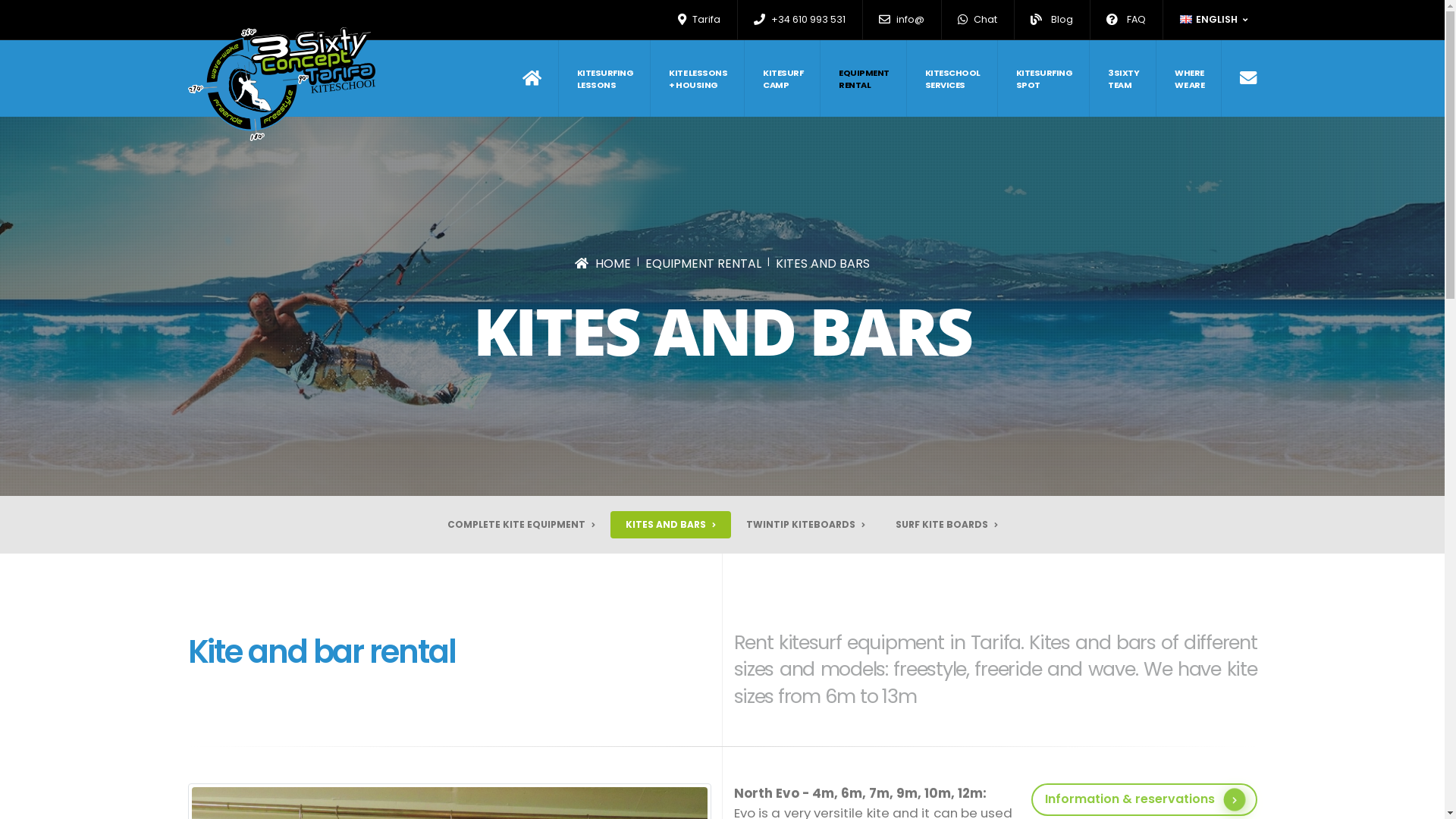  What do you see at coordinates (952, 78) in the screenshot?
I see `'KITESCHOOL SERVICES'` at bounding box center [952, 78].